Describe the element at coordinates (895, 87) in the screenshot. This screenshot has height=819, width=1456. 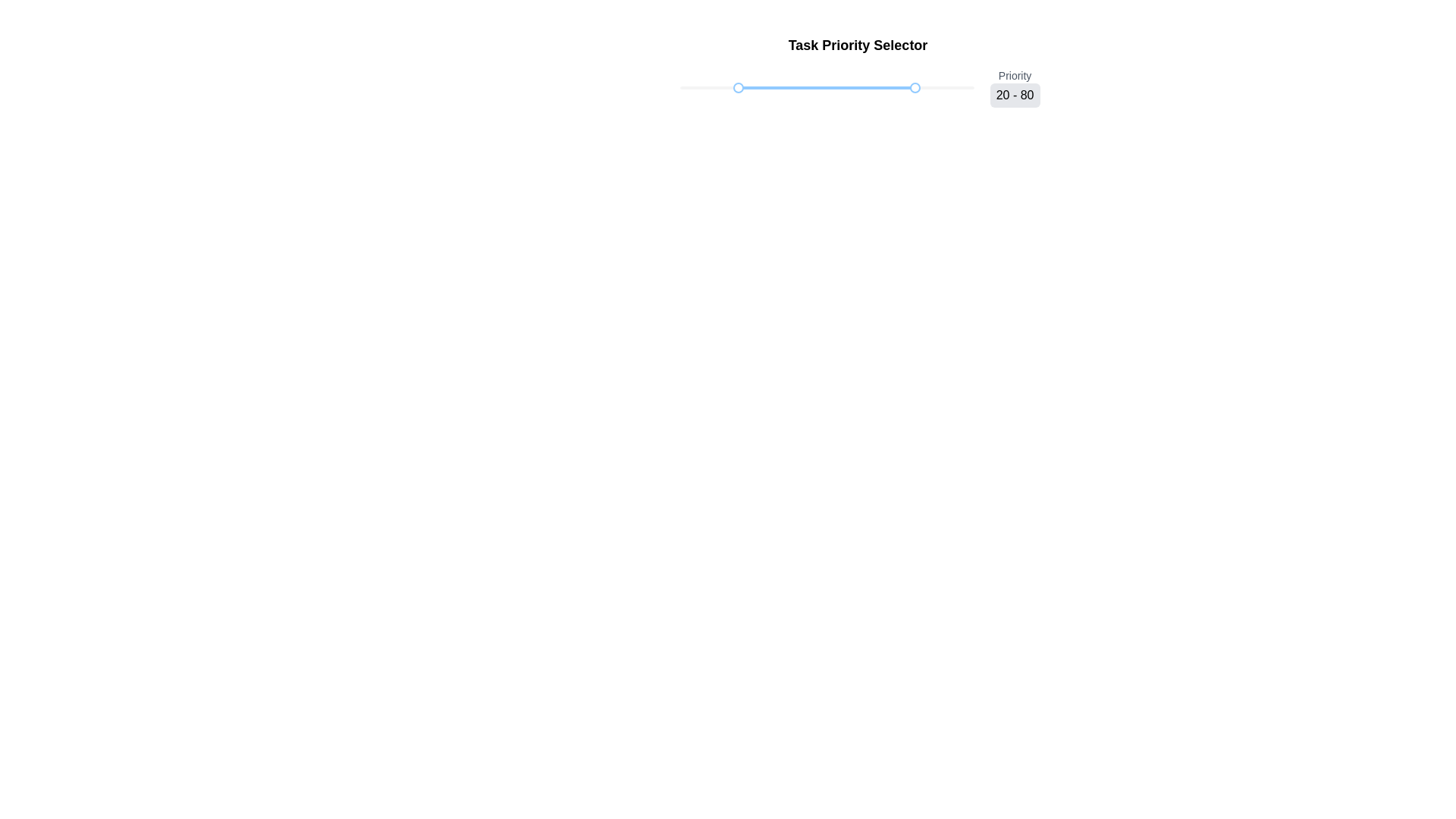
I see `the priority slider` at that location.